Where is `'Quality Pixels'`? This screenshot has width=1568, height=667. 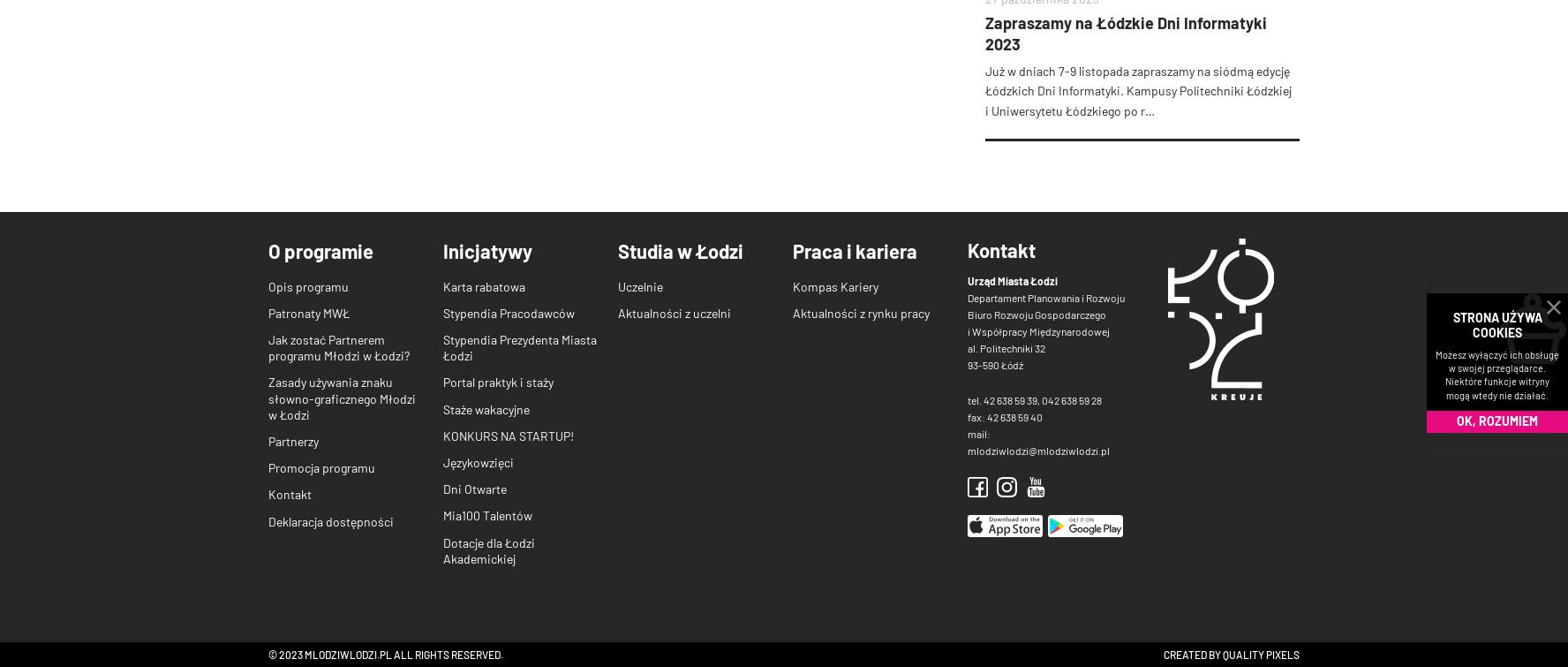 'Quality Pixels' is located at coordinates (1221, 652).